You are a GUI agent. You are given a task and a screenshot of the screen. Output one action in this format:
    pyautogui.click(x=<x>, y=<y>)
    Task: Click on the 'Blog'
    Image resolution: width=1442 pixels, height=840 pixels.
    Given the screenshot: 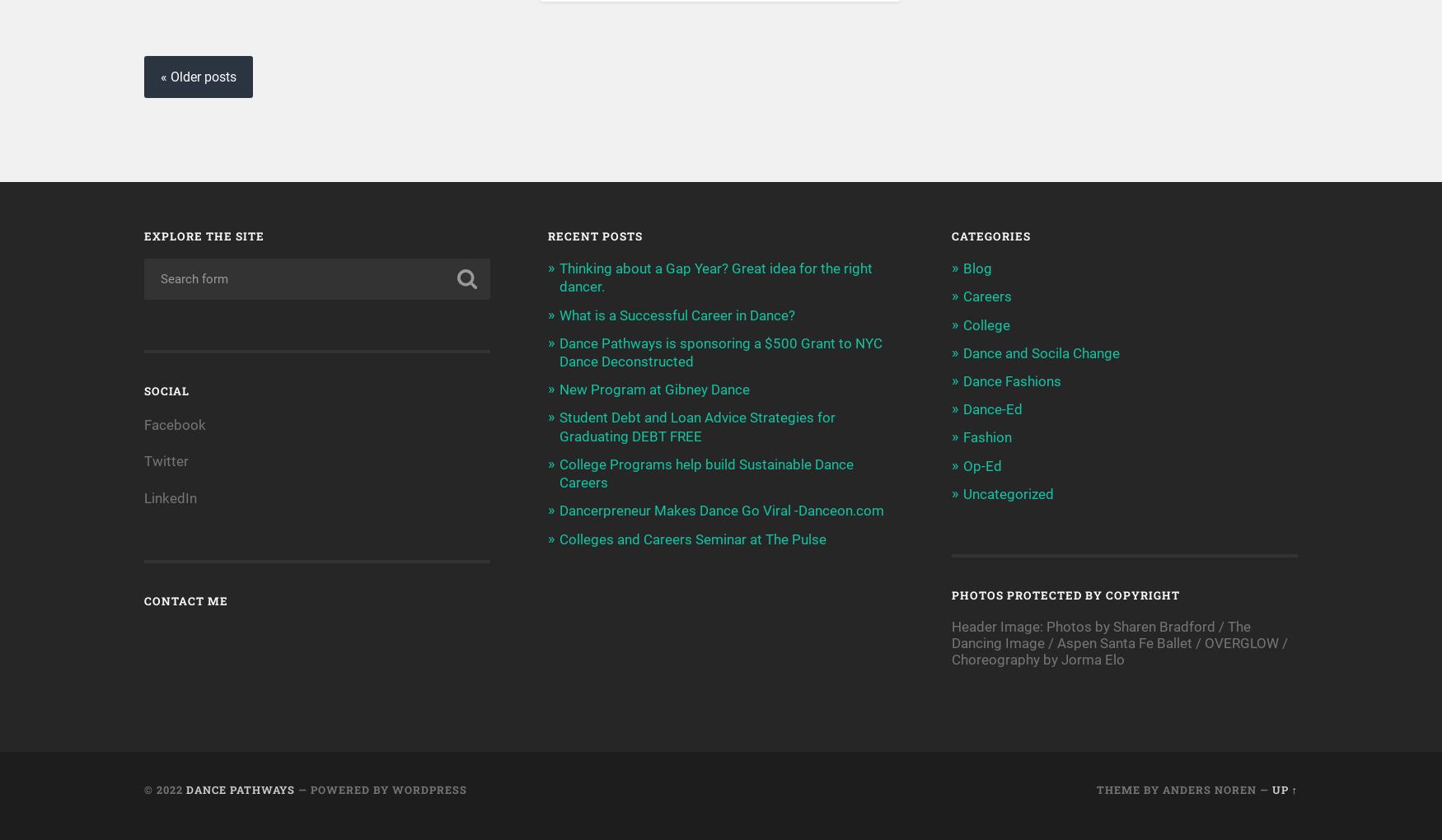 What is the action you would take?
    pyautogui.click(x=976, y=268)
    